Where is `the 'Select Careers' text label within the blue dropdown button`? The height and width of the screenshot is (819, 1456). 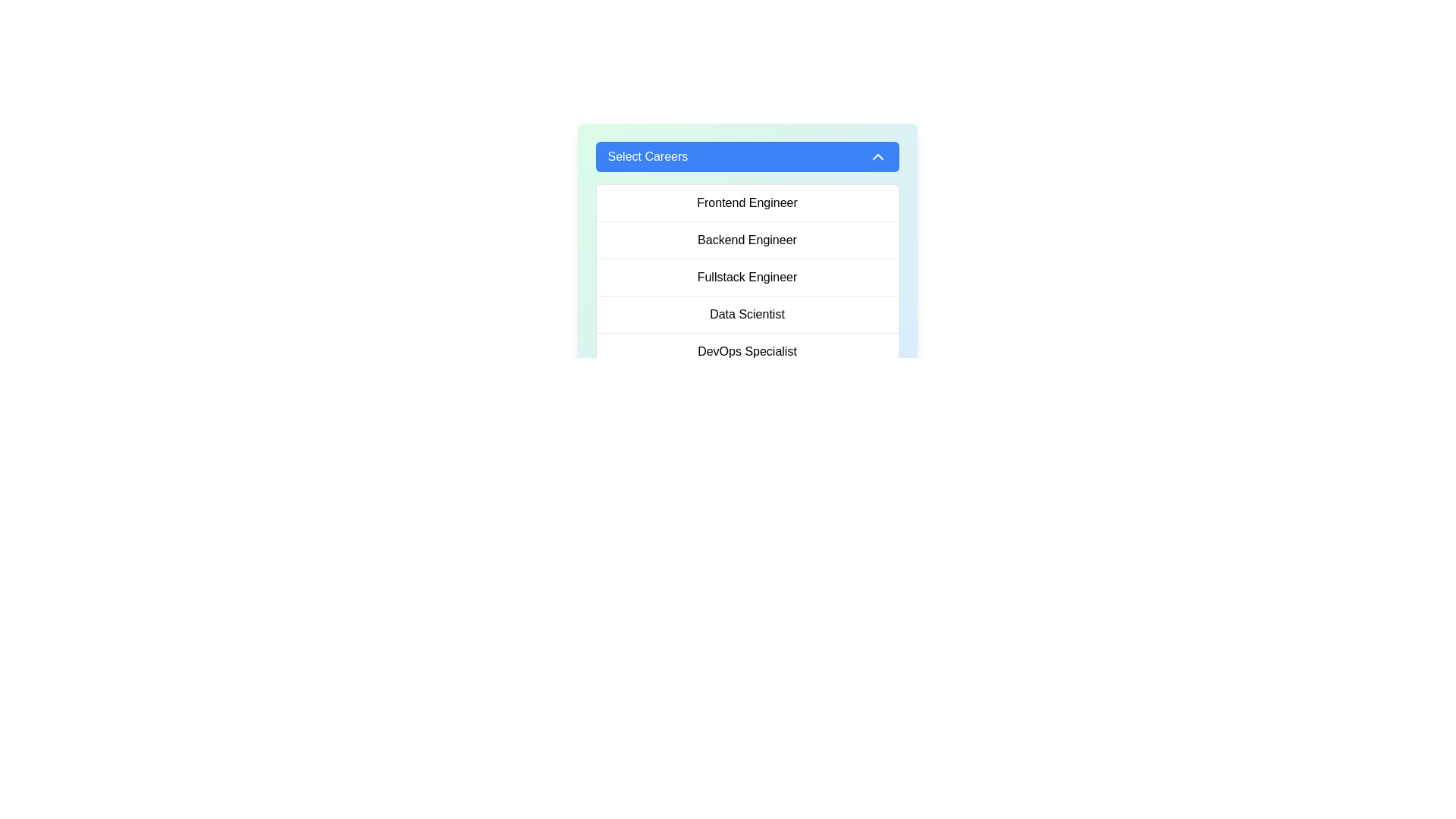
the 'Select Careers' text label within the blue dropdown button is located at coordinates (648, 157).